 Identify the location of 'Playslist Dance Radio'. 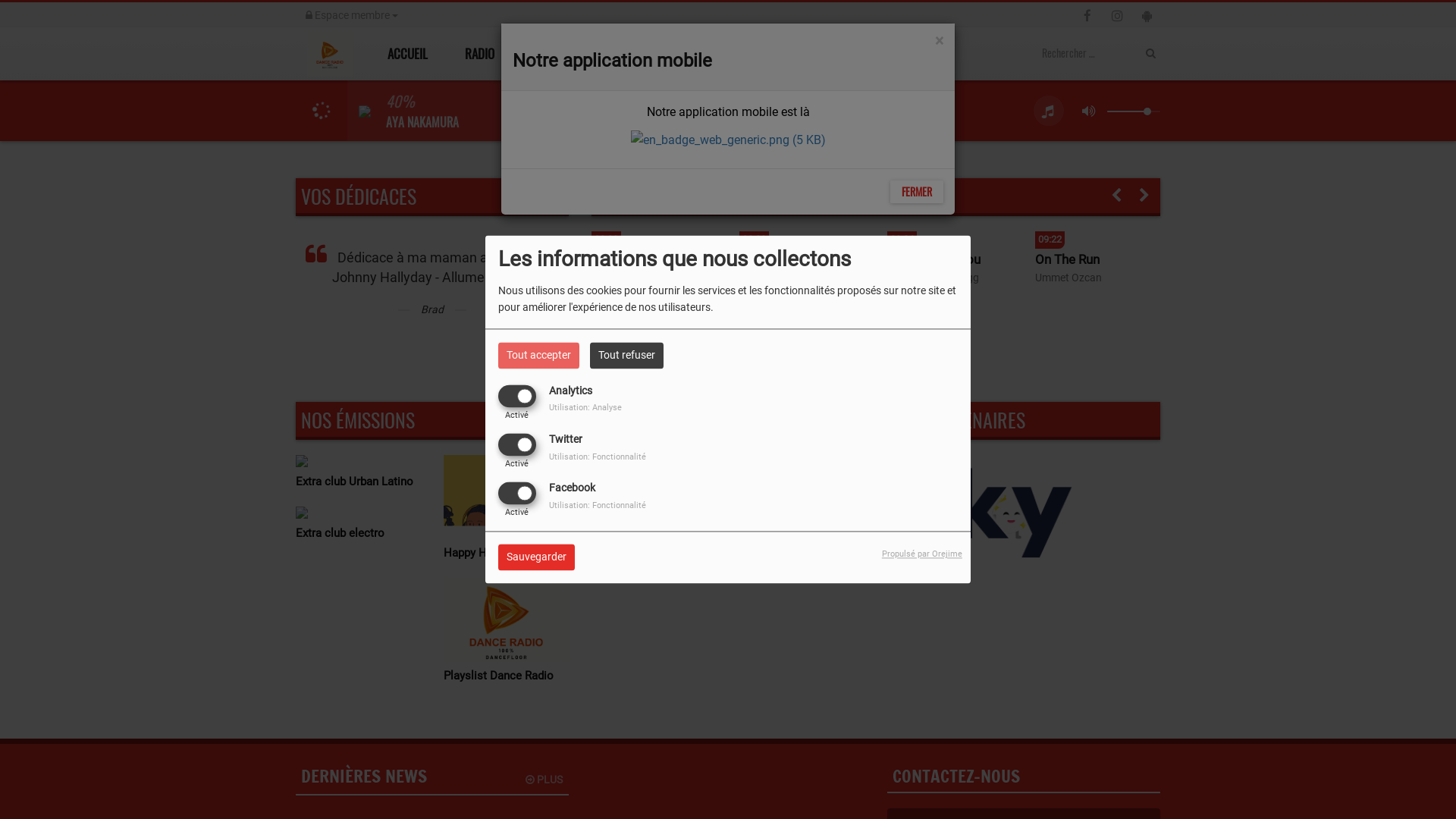
(443, 675).